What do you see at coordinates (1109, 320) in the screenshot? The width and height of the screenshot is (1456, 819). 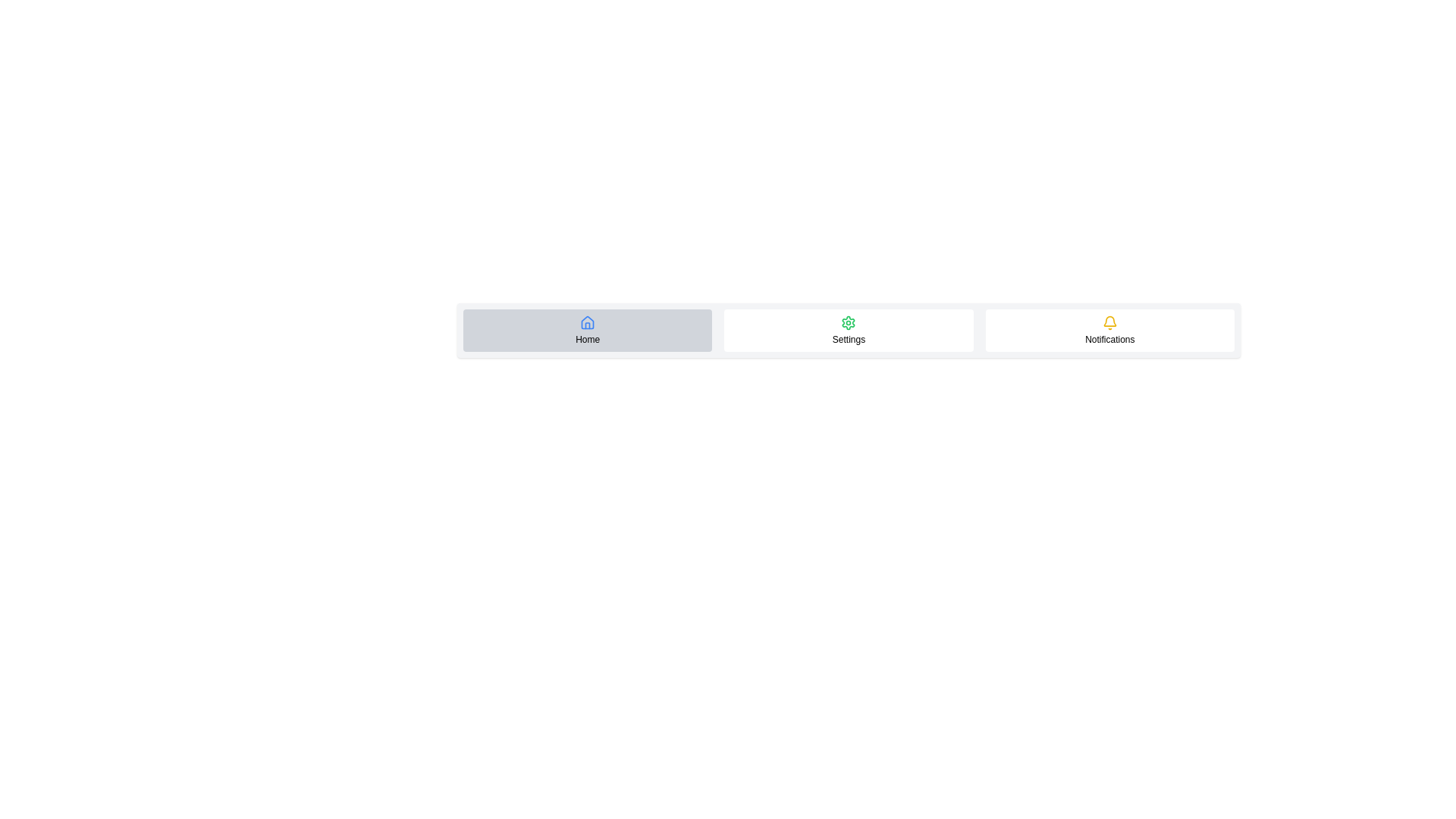 I see `the bell icon in the Notifications section located at the far right of the navigation bar` at bounding box center [1109, 320].